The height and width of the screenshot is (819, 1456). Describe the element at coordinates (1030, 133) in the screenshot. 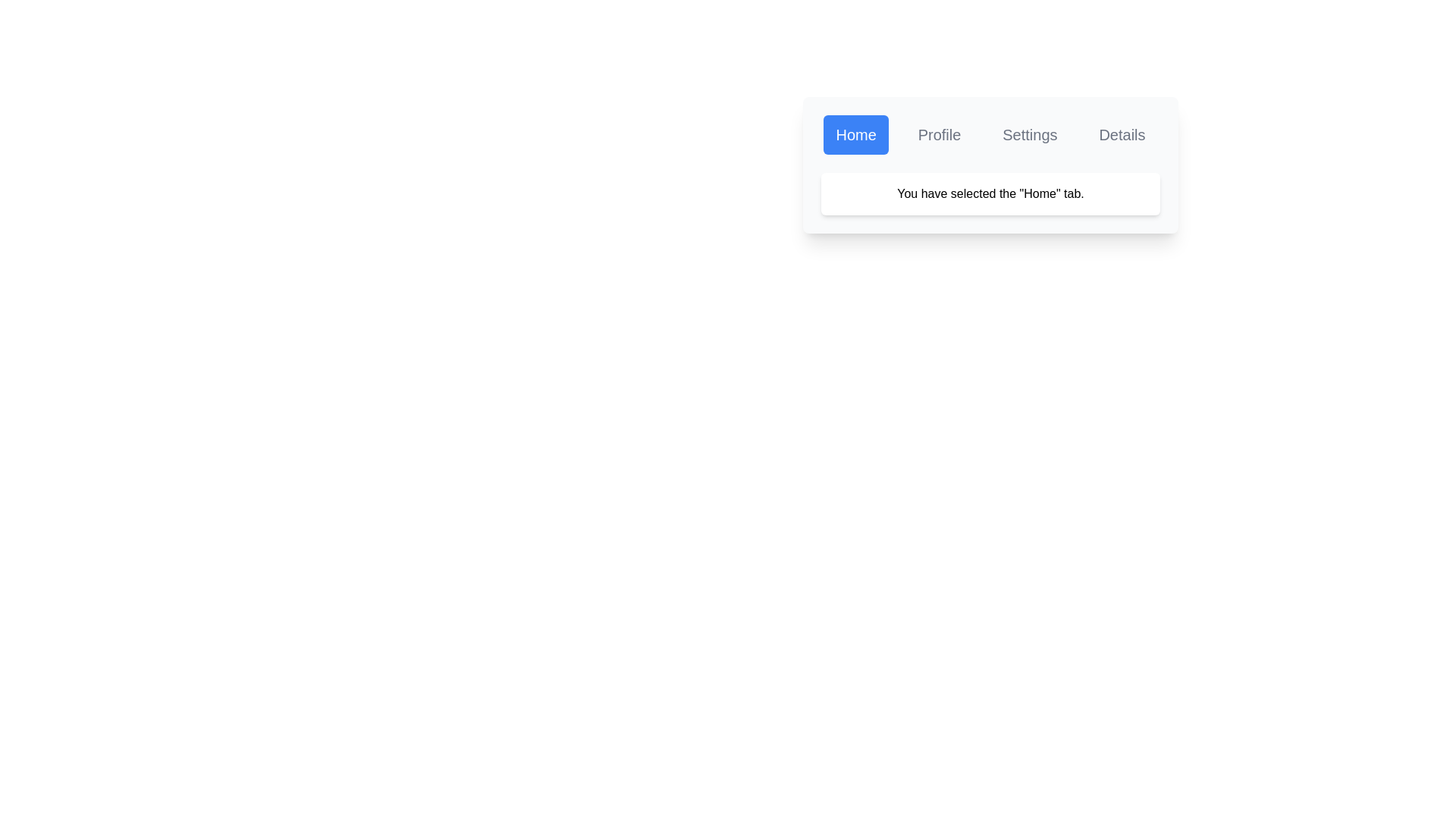

I see `the Settings tab` at that location.